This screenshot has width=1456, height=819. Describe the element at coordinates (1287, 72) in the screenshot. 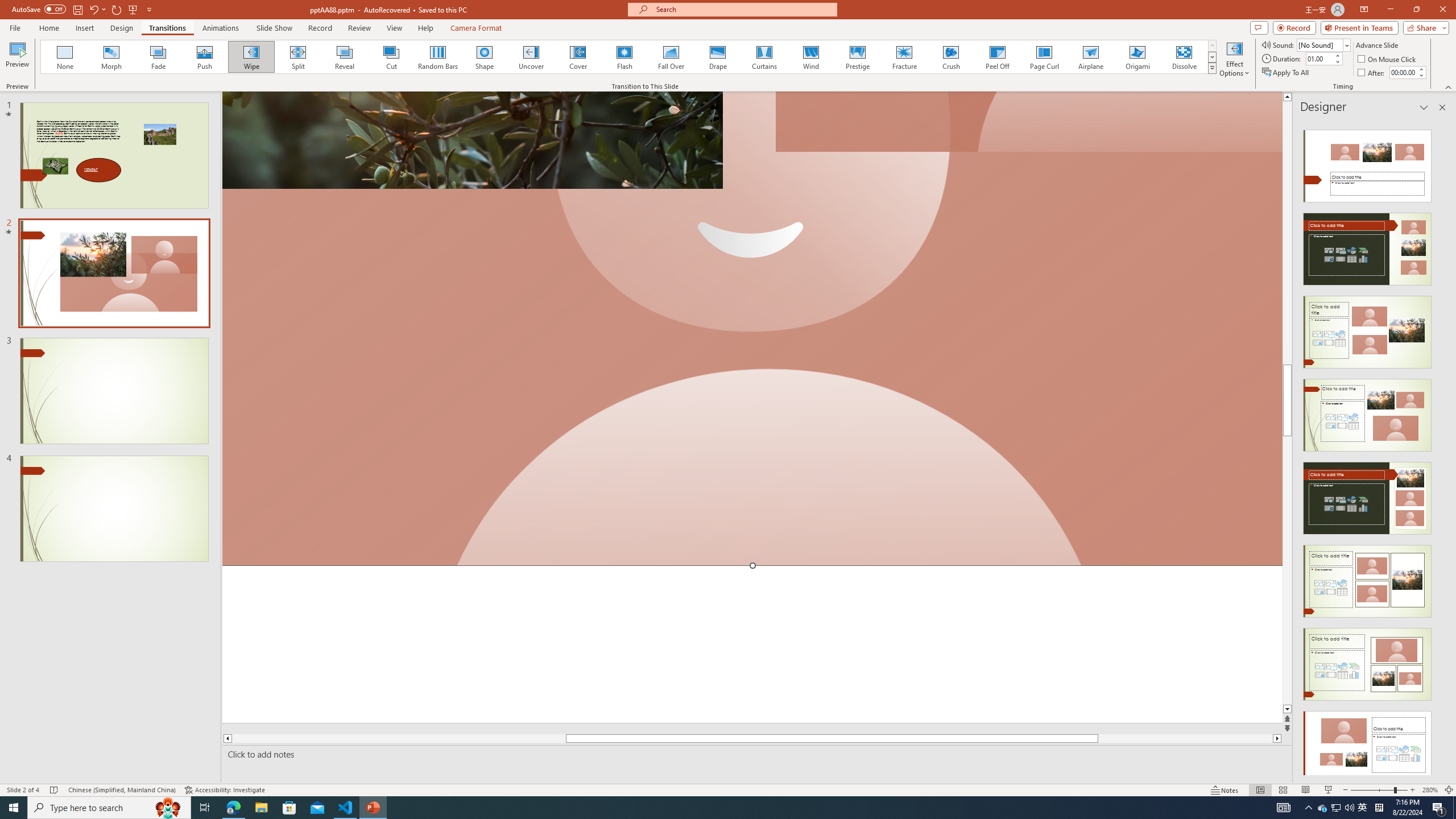

I see `'Apply To All'` at that location.